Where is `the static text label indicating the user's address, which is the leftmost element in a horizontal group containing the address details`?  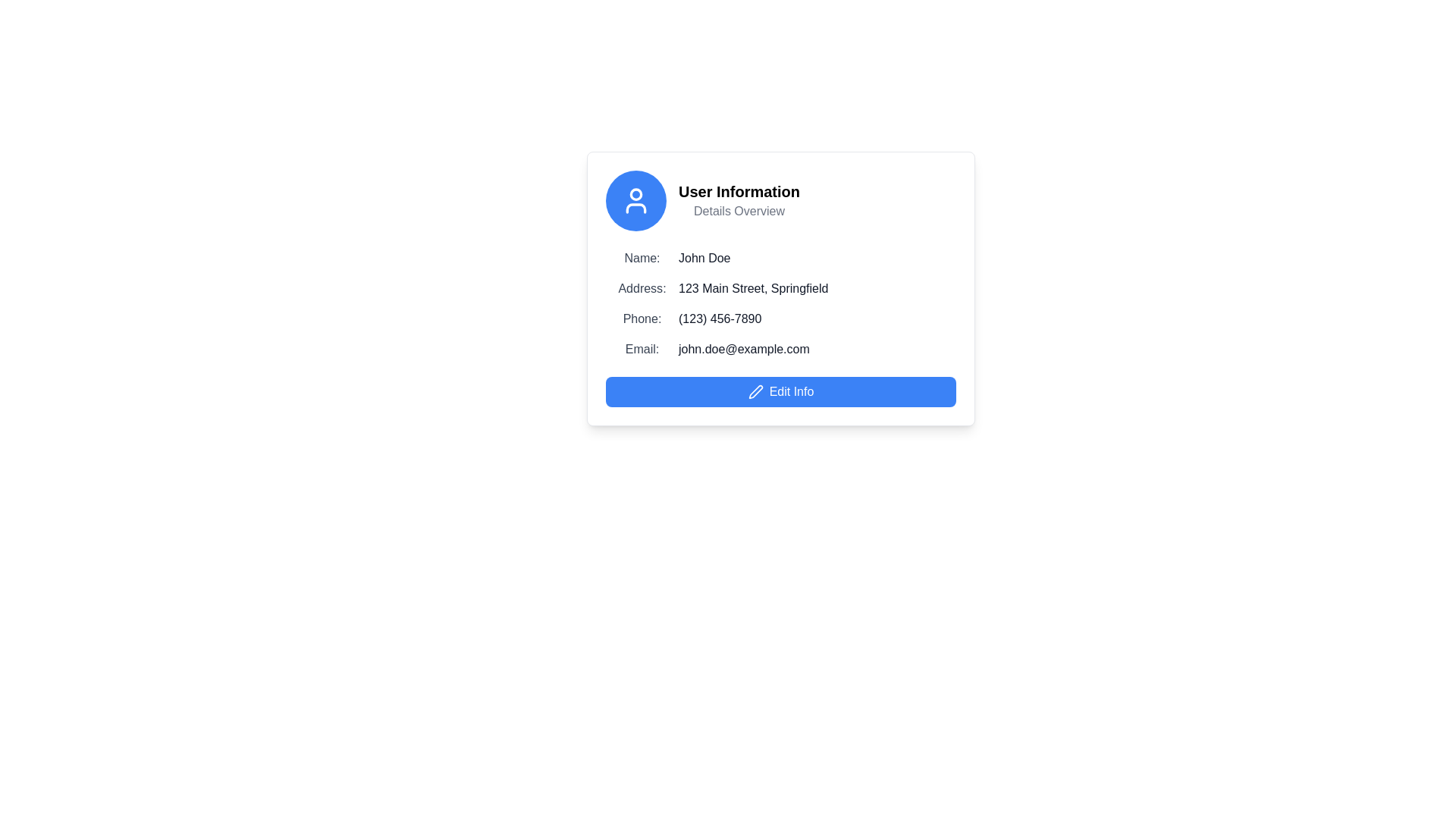 the static text label indicating the user's address, which is the leftmost element in a horizontal group containing the address details is located at coordinates (642, 289).